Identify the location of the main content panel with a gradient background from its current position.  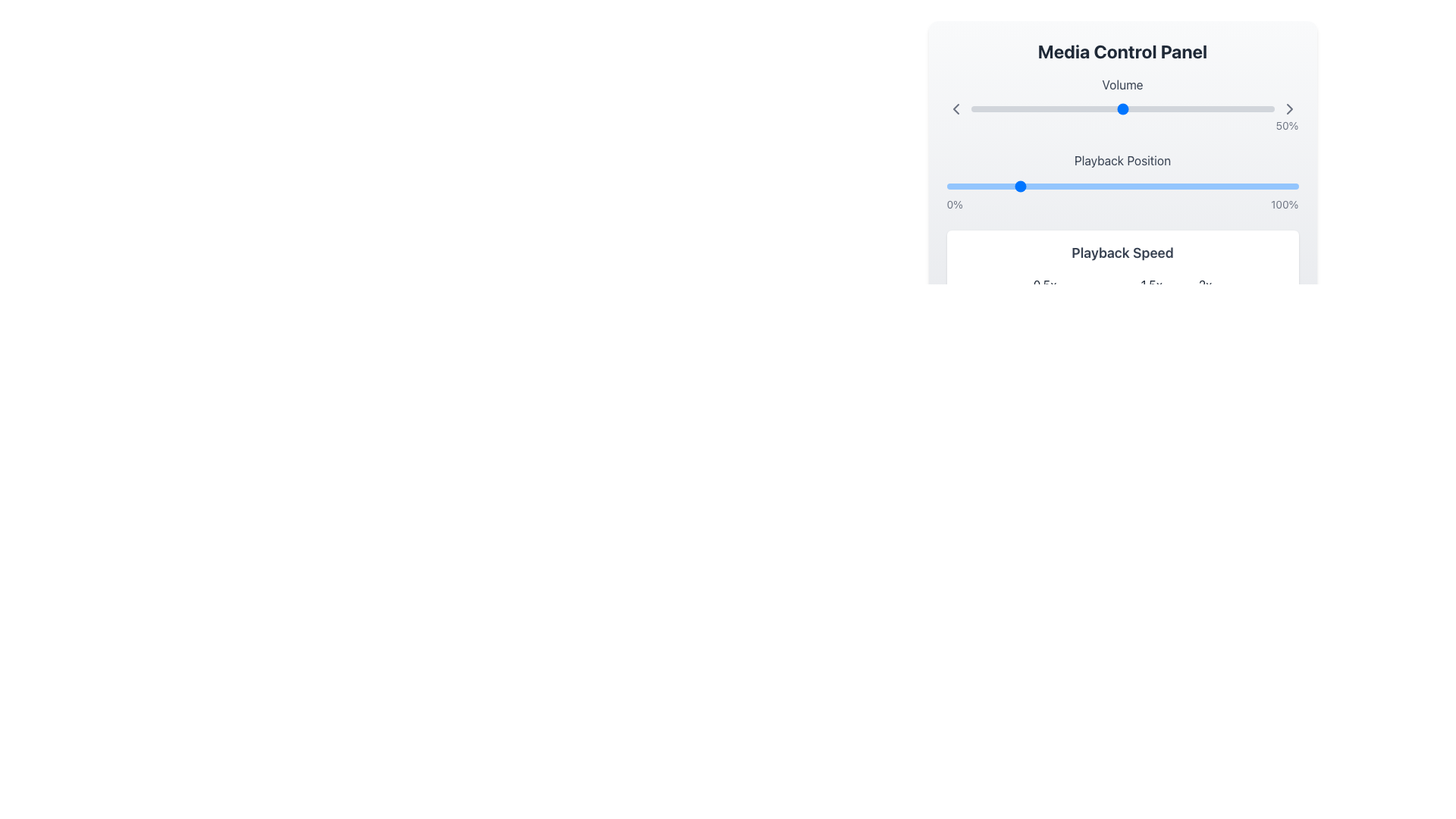
(1122, 202).